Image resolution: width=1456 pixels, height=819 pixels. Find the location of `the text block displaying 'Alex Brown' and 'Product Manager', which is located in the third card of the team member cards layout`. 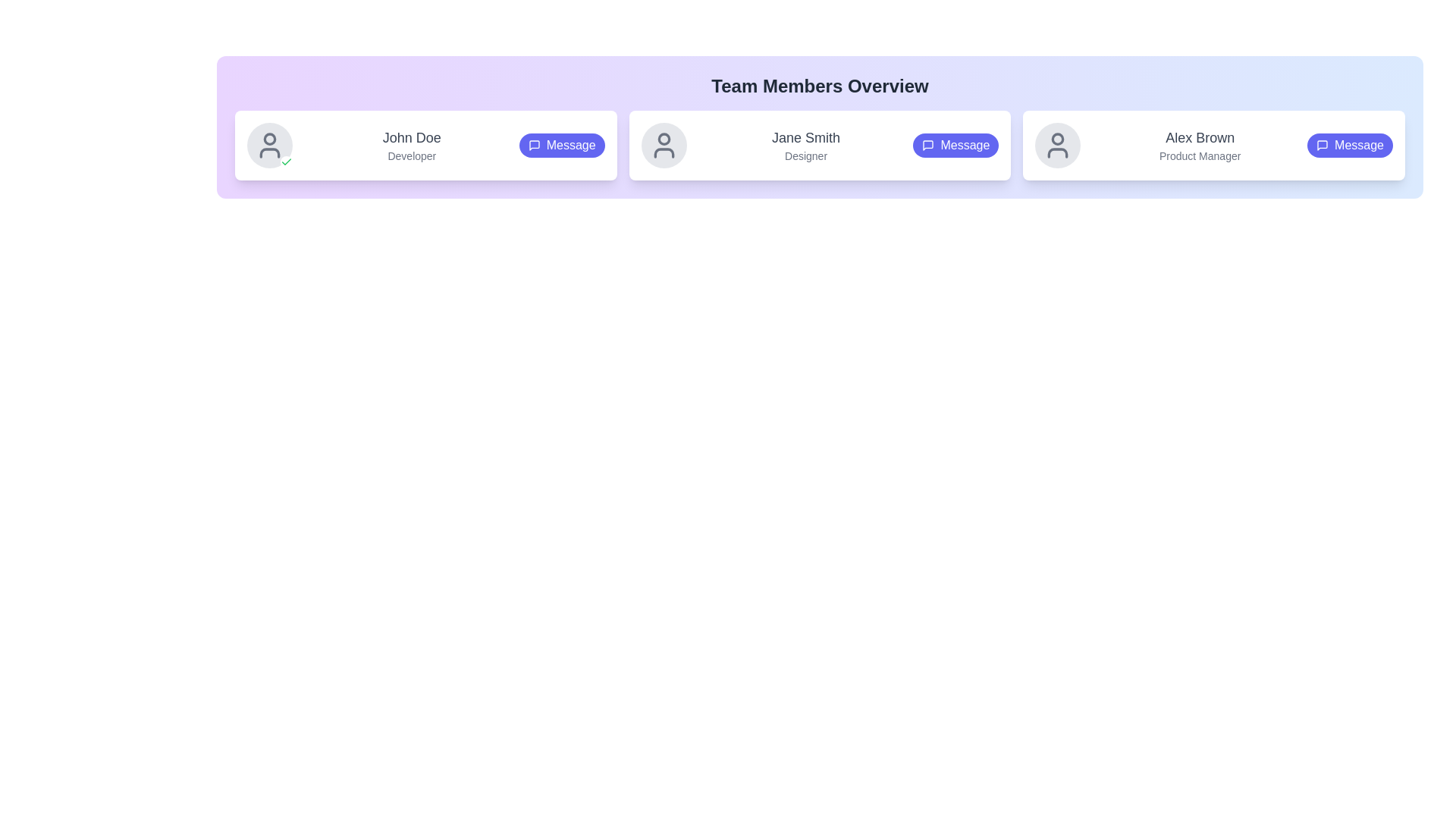

the text block displaying 'Alex Brown' and 'Product Manager', which is located in the third card of the team member cards layout is located at coordinates (1199, 146).